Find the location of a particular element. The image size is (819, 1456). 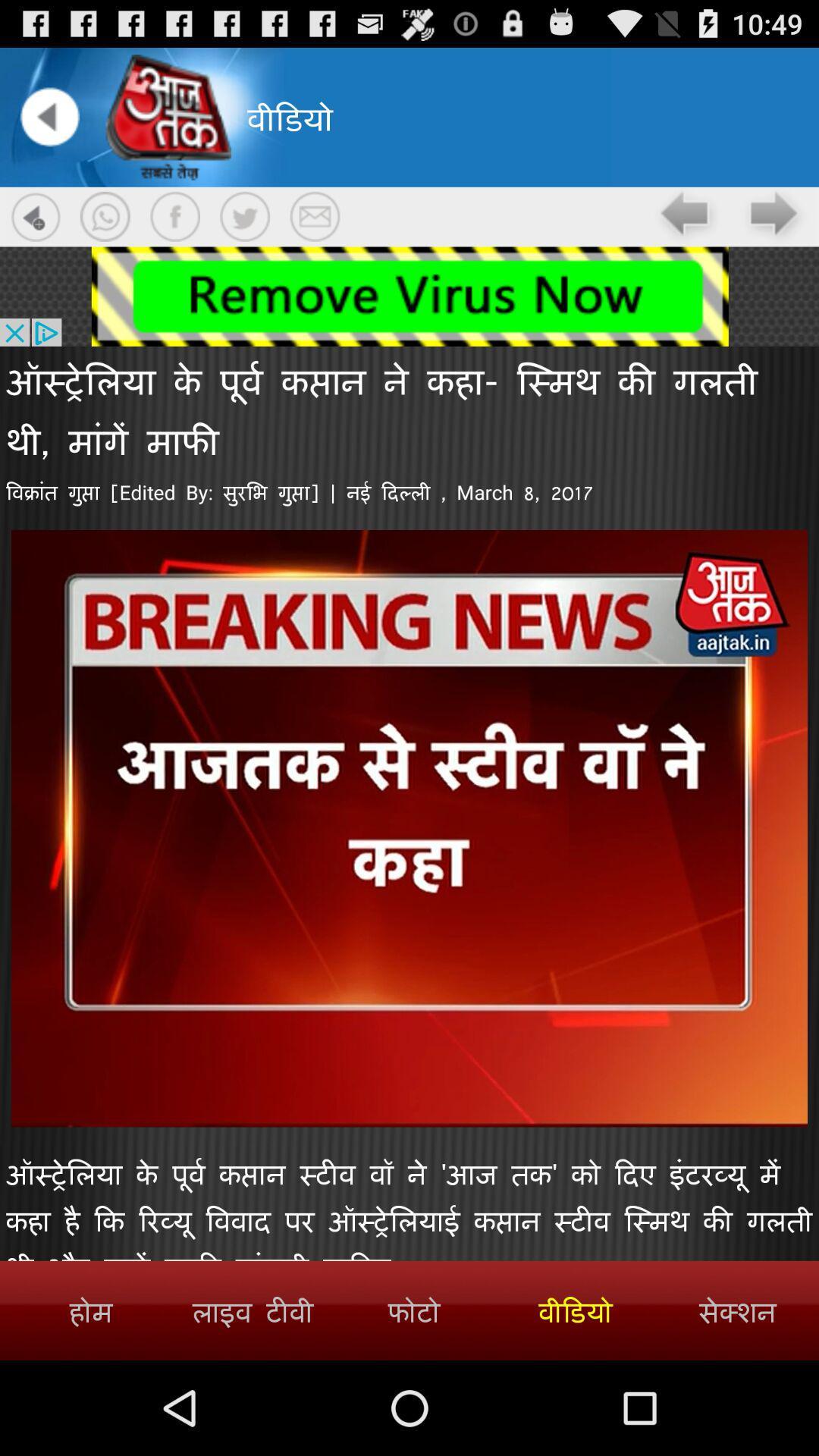

the arrow_backward icon is located at coordinates (687, 231).